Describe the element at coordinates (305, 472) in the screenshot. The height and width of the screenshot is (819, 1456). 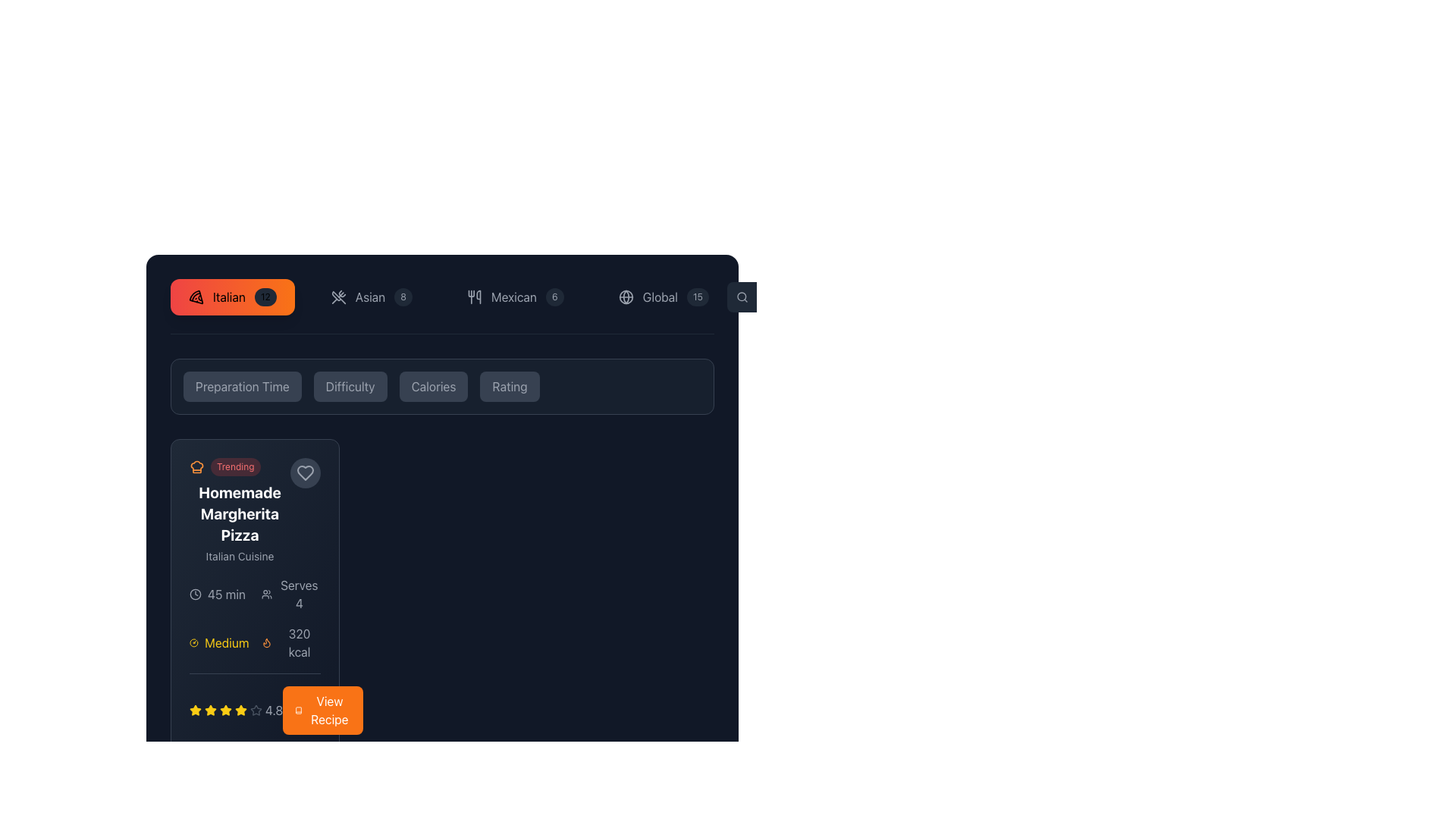
I see `the heart-shaped icon in the top-right corner of the 'Homemade Margherita Pizza' card to mark it as liked or favorited` at that location.